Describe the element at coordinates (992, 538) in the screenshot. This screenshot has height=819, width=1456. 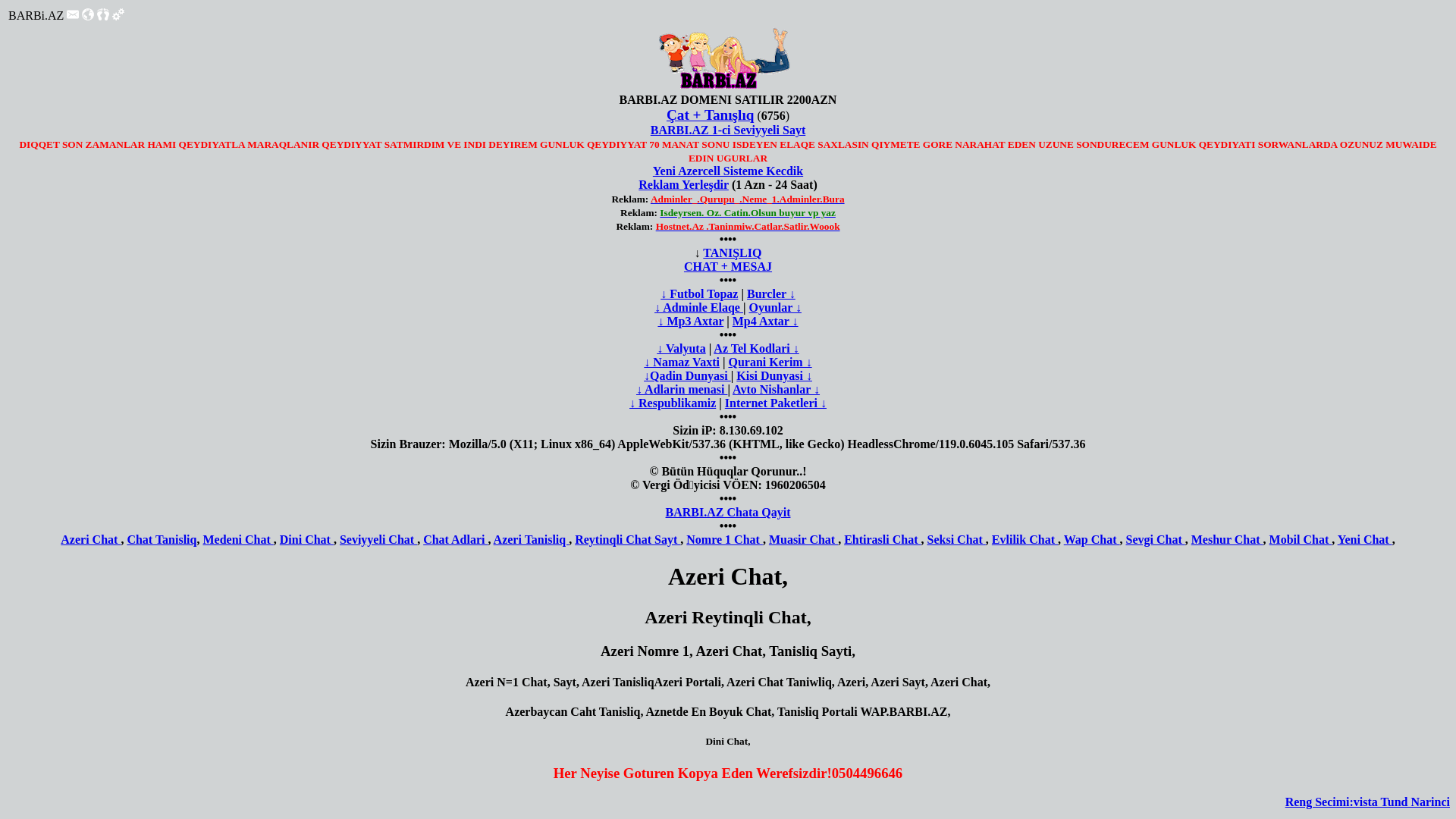
I see `'Evlilik Chat'` at that location.